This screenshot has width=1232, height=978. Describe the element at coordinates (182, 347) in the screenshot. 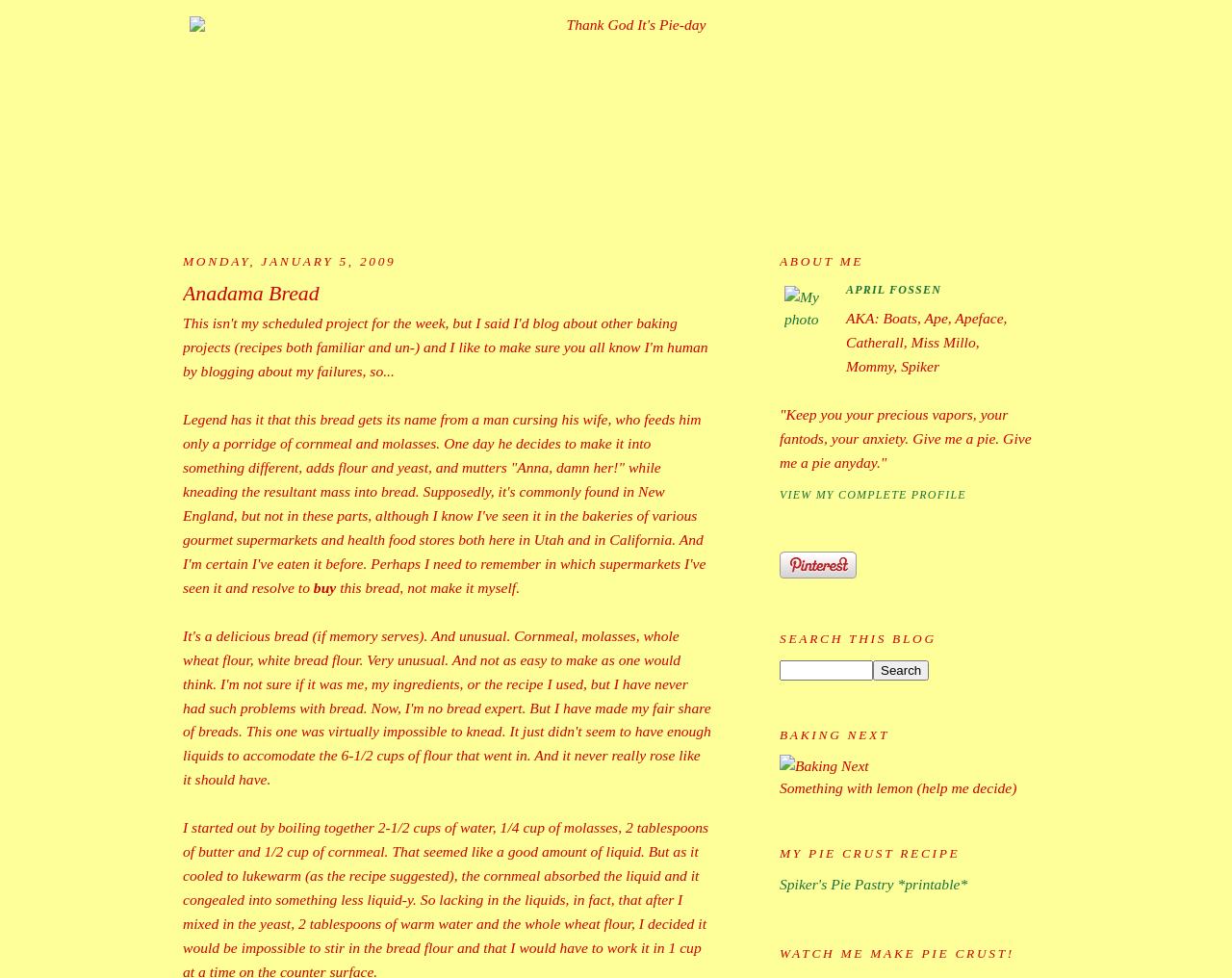

I see `'This isn't my scheduled project for the week, but I said I'd blog about other baking projects (recipes both familiar and un-) and I like to make sure you all know I'm human by blogging about my failures, so...'` at that location.